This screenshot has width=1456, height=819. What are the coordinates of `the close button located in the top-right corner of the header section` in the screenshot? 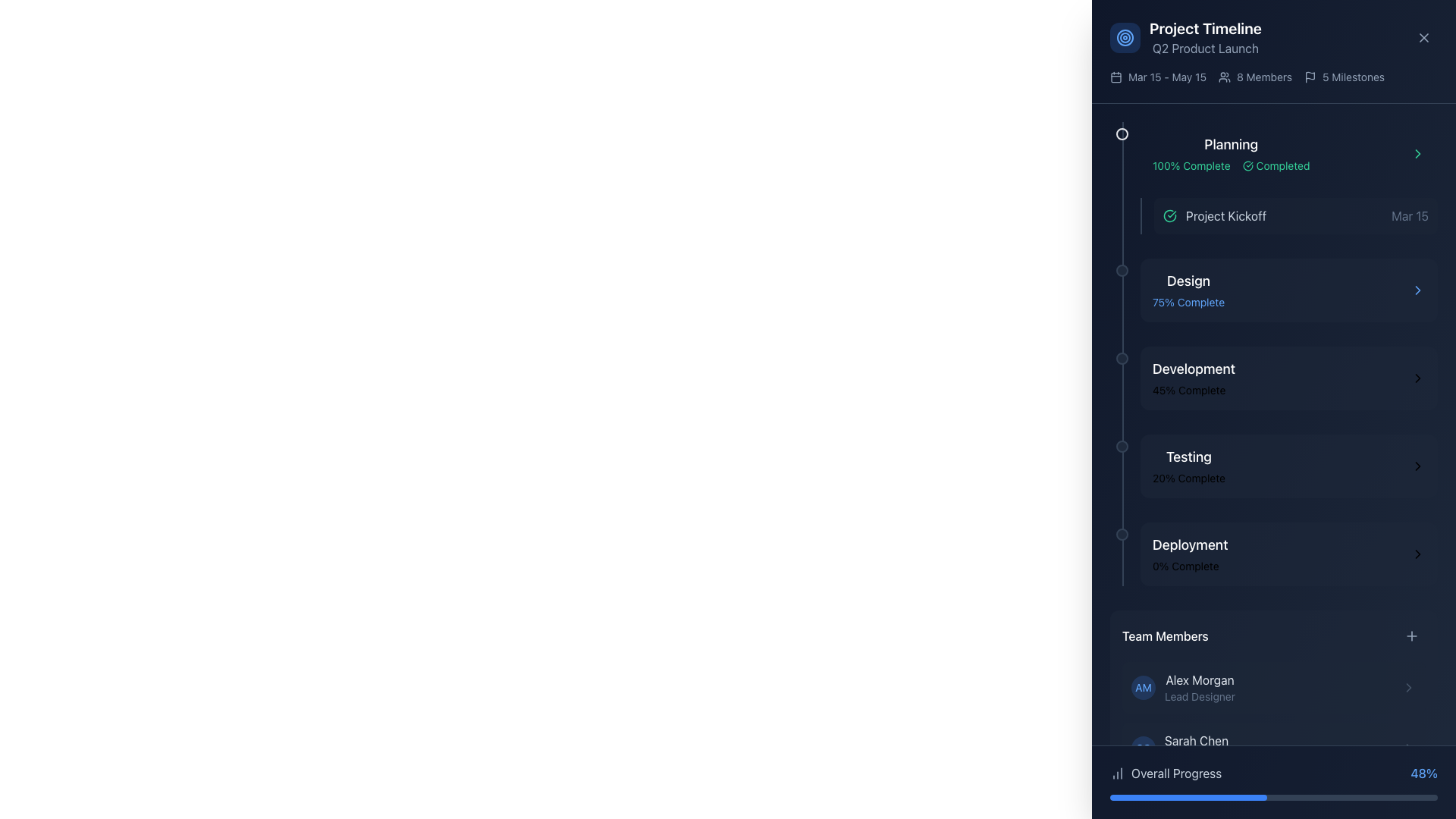 It's located at (1423, 37).